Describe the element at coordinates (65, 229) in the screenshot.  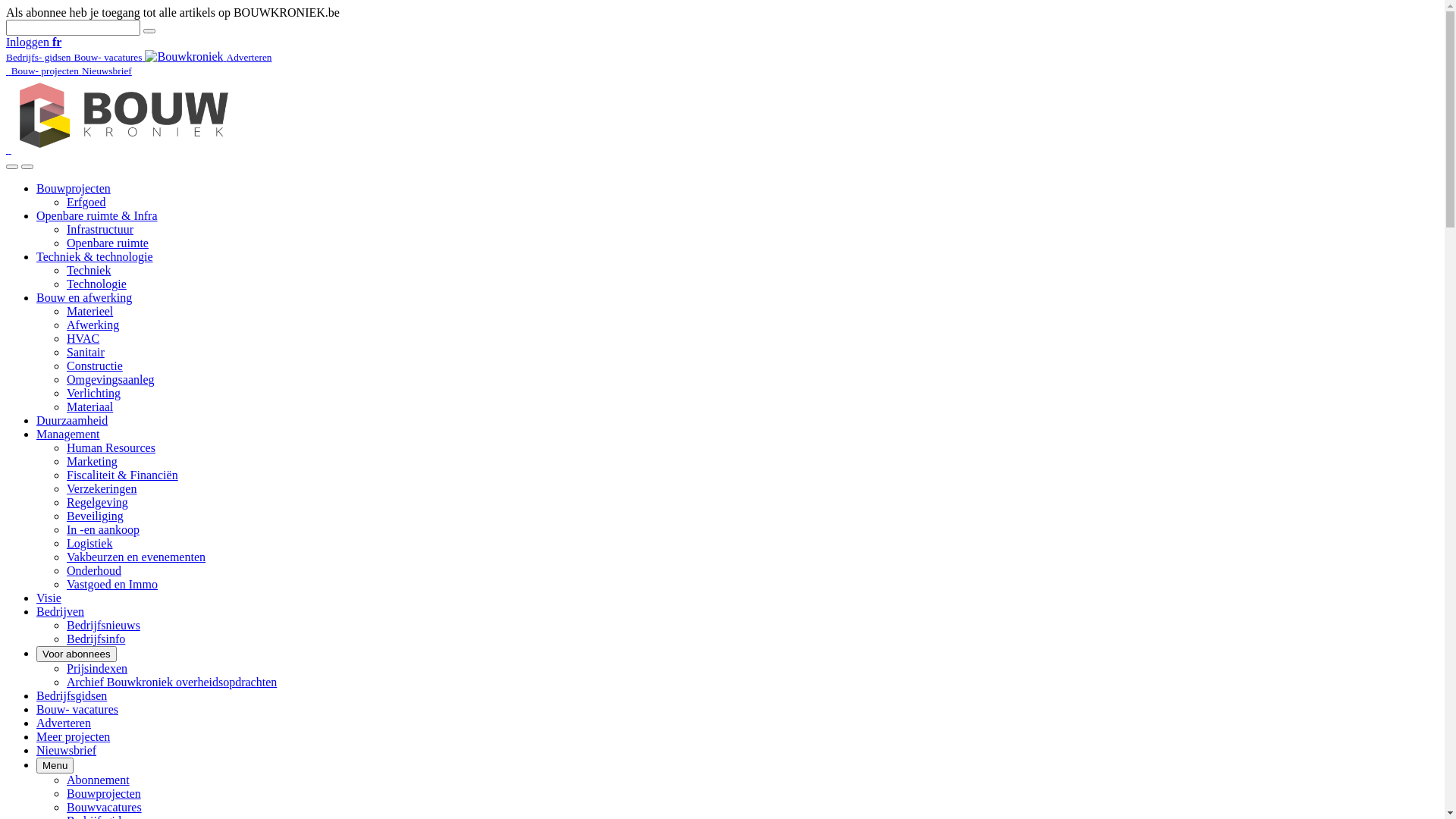
I see `'Infrastructuur'` at that location.